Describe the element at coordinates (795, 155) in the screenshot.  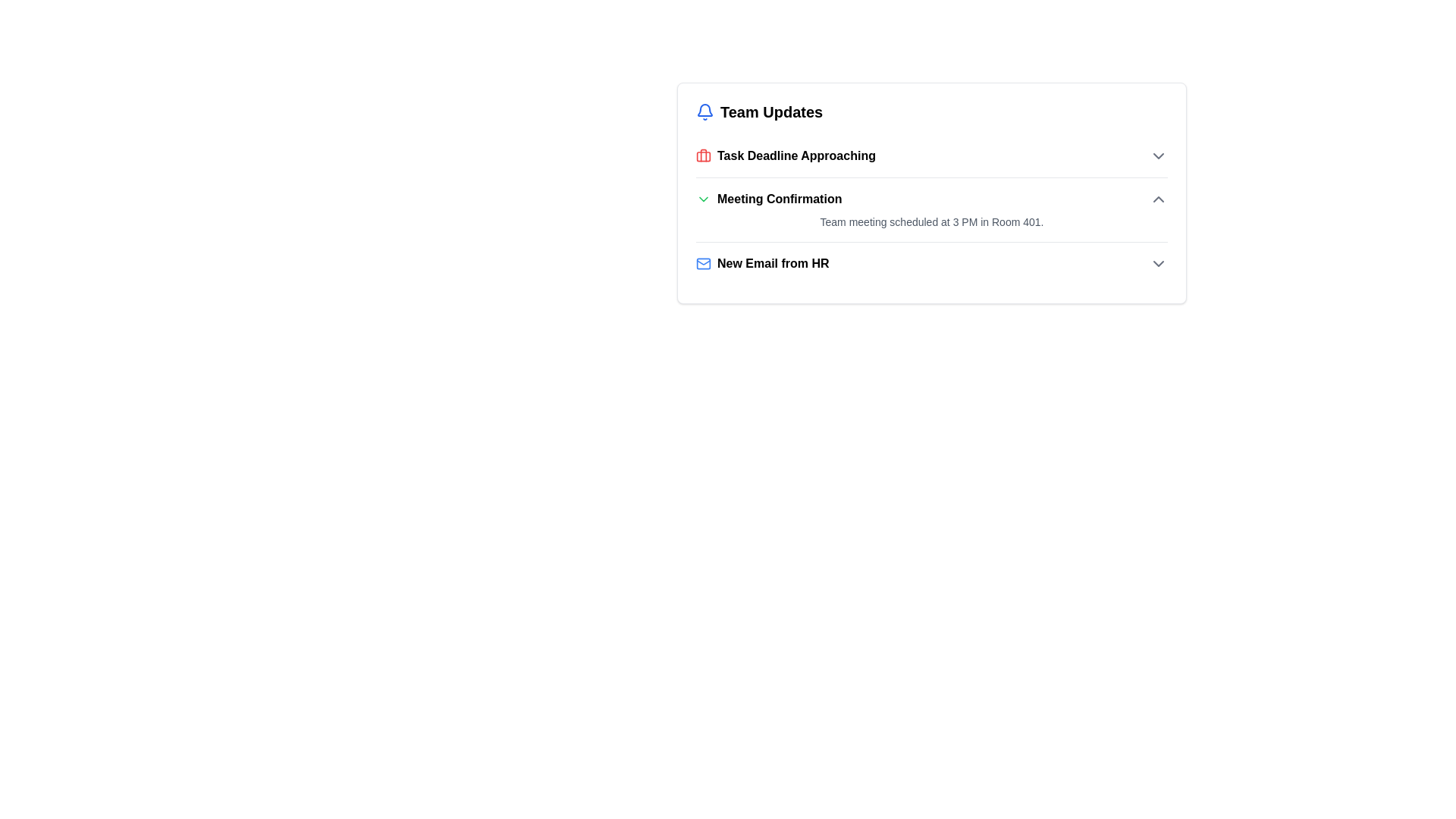
I see `text of the primary notification alerting users about an approaching task deadline, which is the first item in the 'Team Updates' section and features bold text and a red icon` at that location.